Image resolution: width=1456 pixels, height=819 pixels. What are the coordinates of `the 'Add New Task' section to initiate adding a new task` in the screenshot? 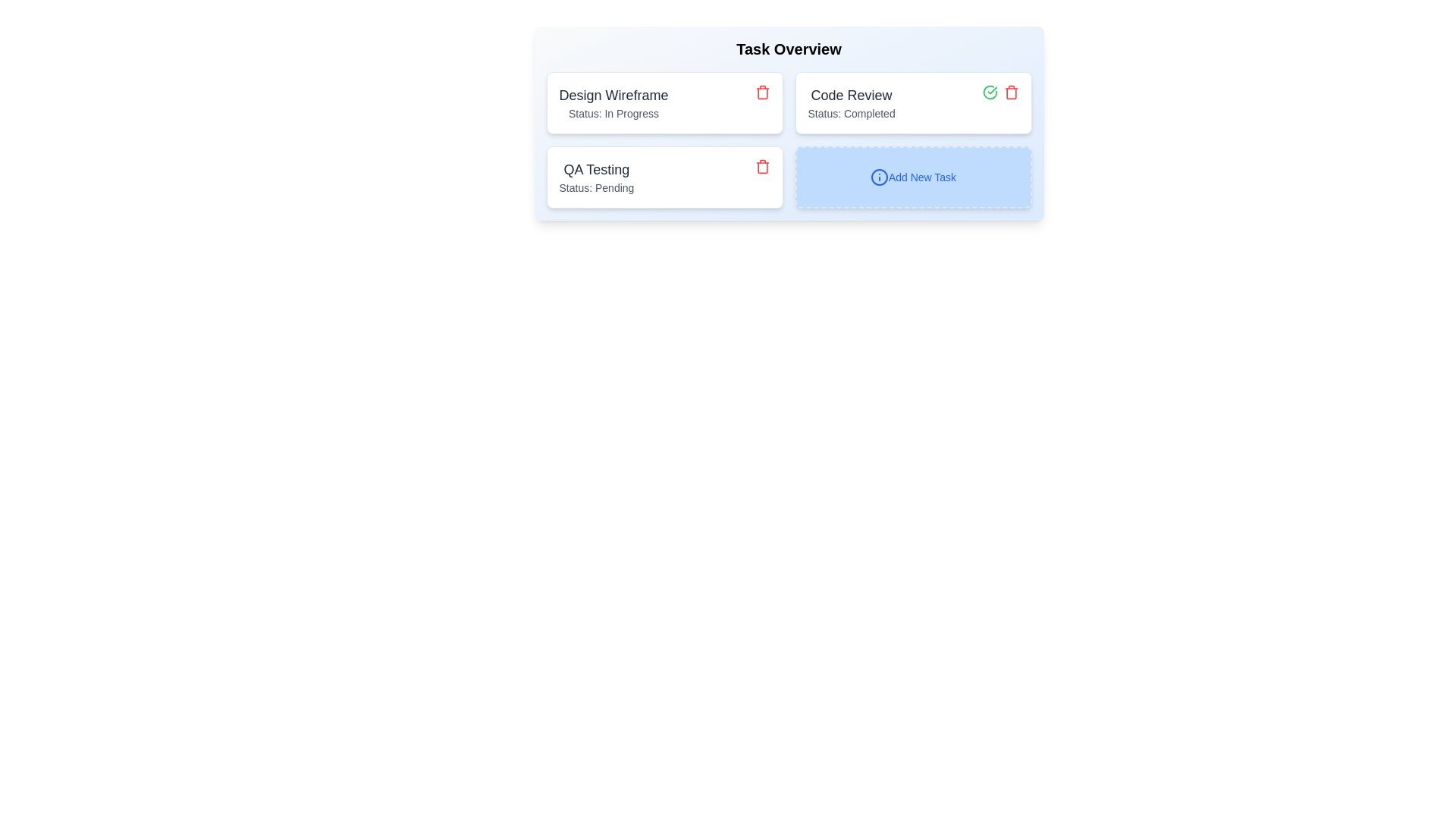 It's located at (912, 177).